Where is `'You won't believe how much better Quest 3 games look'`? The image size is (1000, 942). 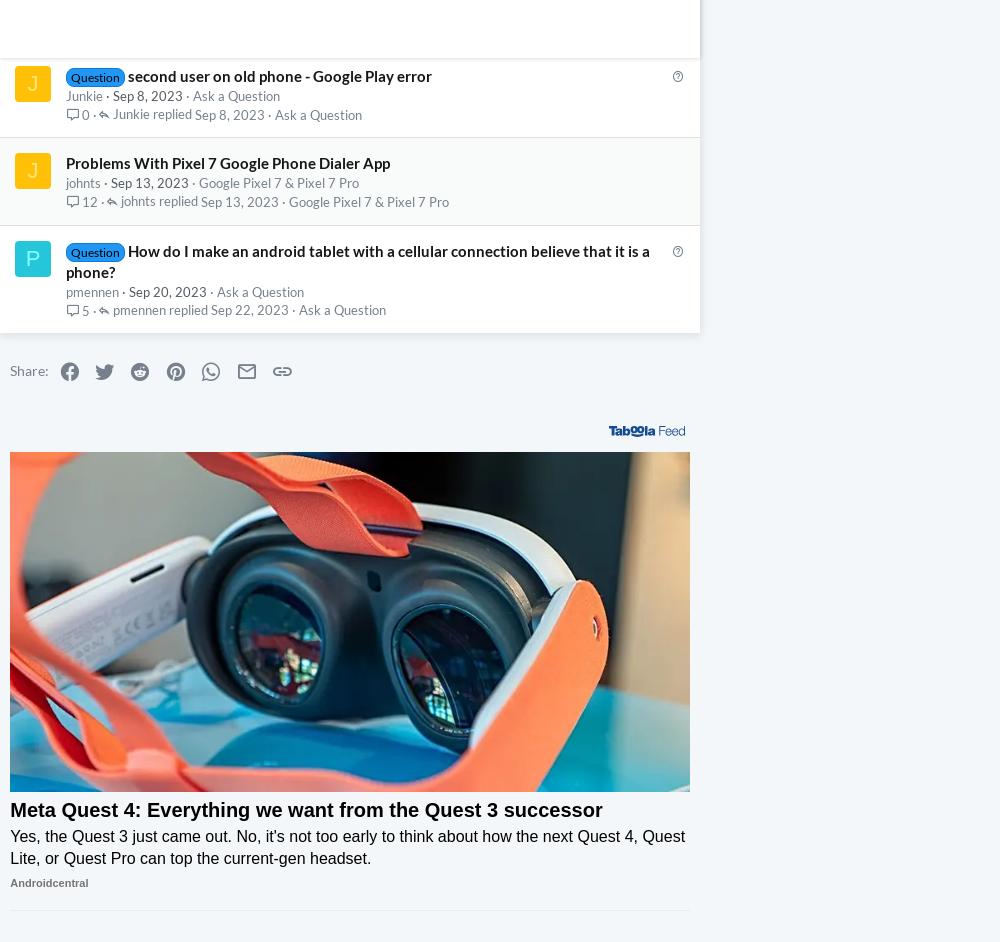
'You won't believe how much better Quest 3 games look' is located at coordinates (219, 804).